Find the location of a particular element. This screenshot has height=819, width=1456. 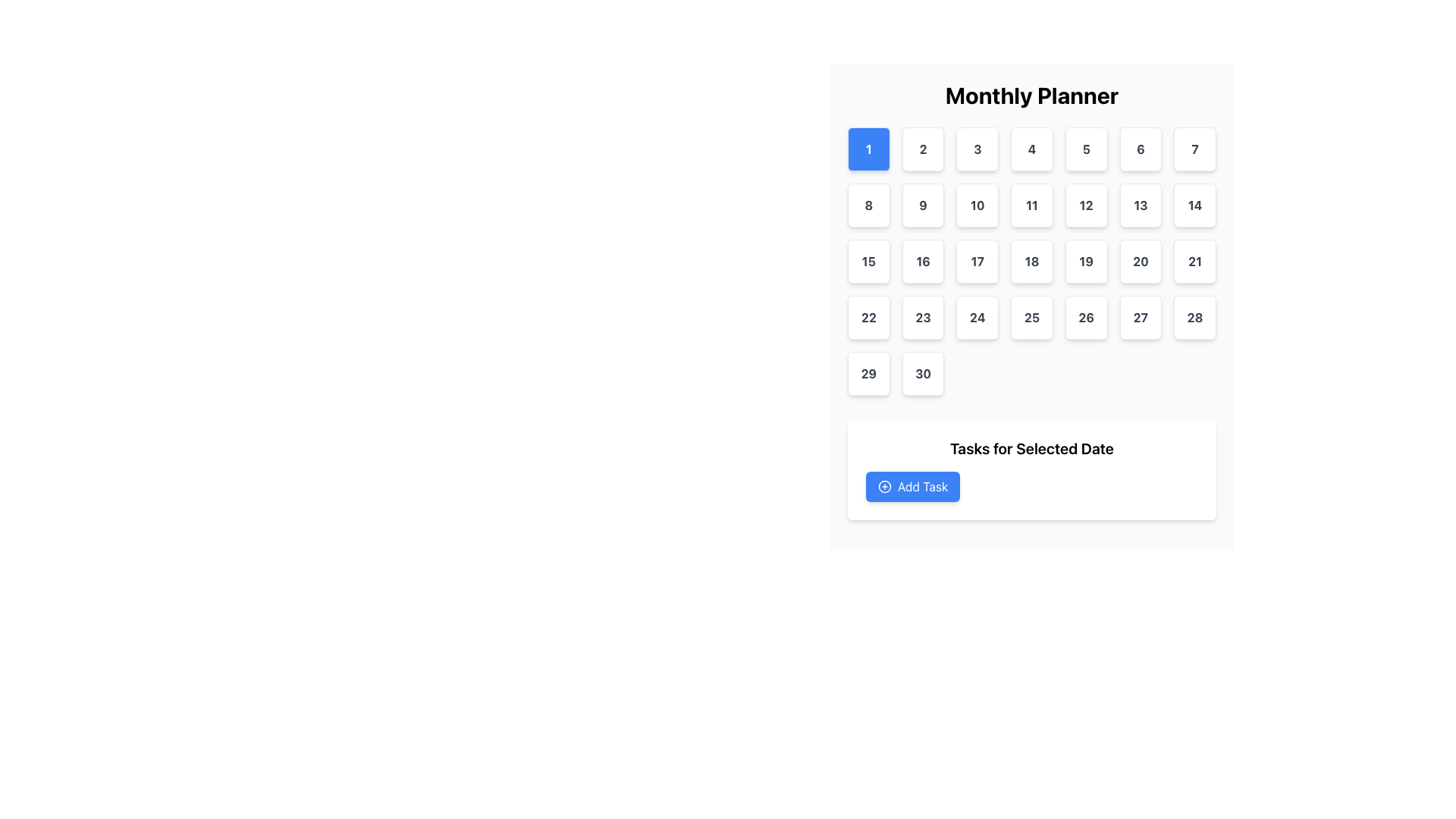

the square-shaped button labeled '23' with a white background and gray border in the 'Monthly Planner' interface is located at coordinates (922, 317).